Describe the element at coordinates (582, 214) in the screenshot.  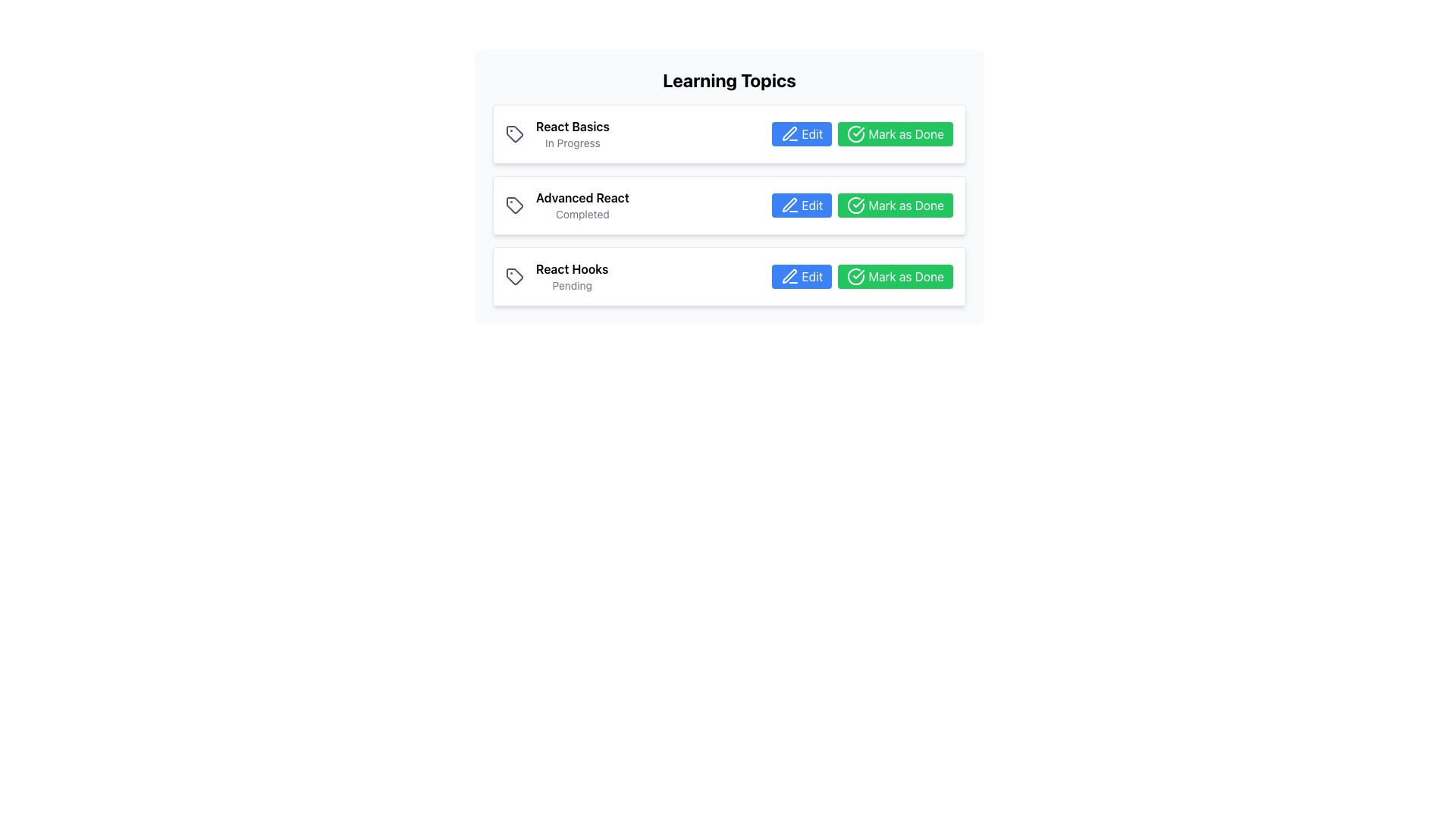
I see `the text label that reads 'Completed', which is styled in gray and positioned below the bold title 'Advanced React'` at that location.